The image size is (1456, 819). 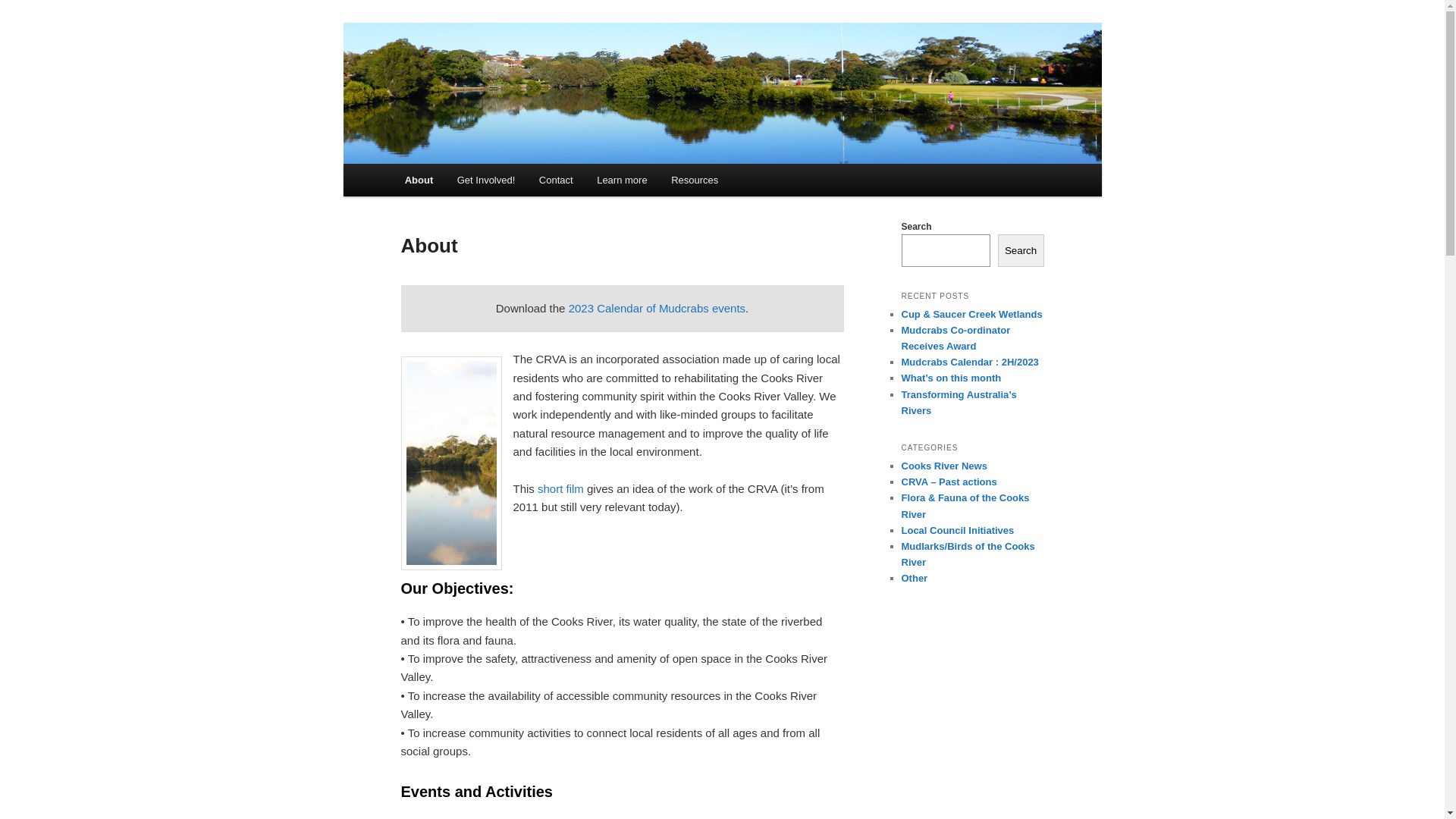 I want to click on 'Cooks River News', so click(x=901, y=465).